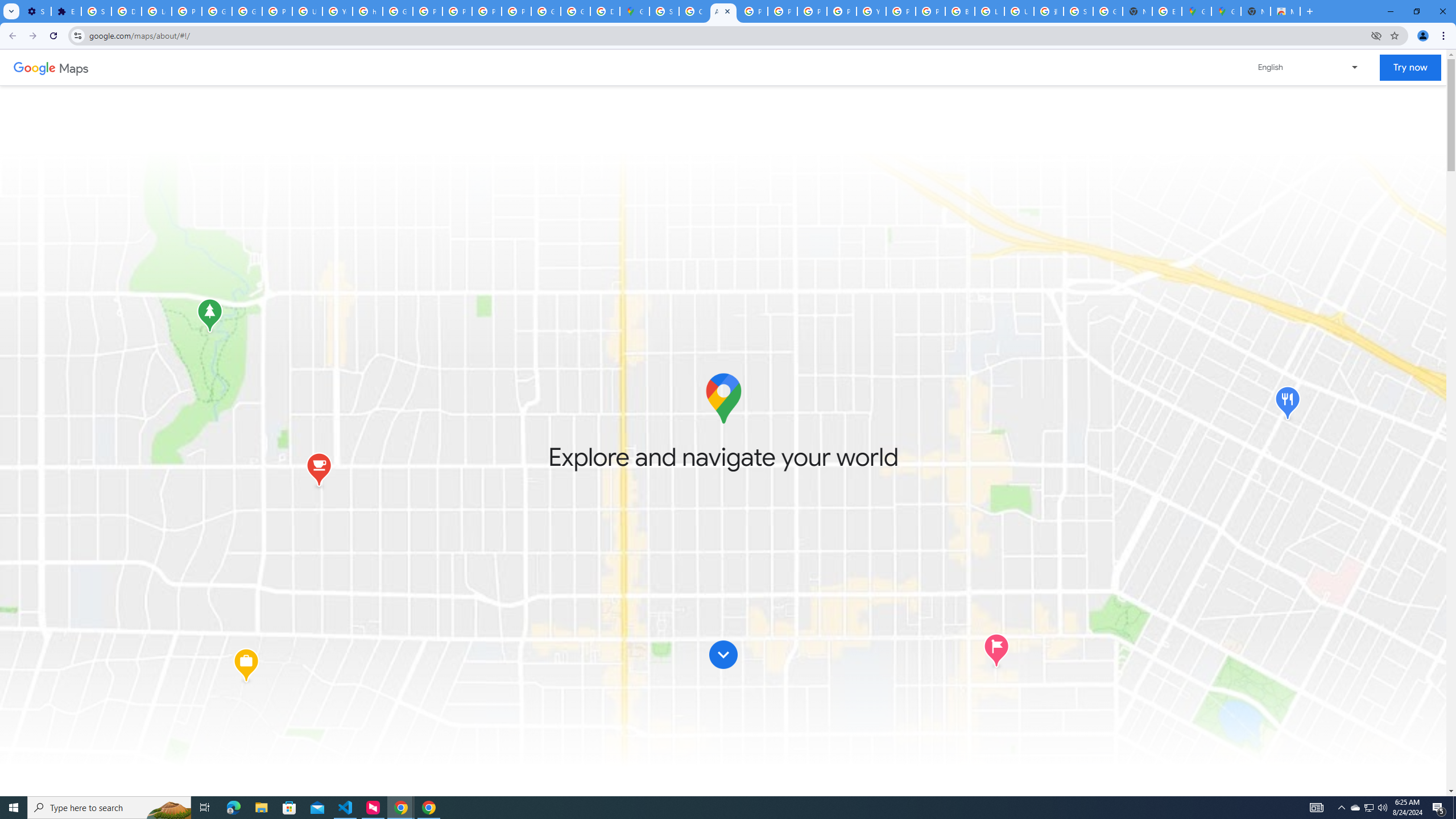  I want to click on 'New Tab', so click(1256, 11).